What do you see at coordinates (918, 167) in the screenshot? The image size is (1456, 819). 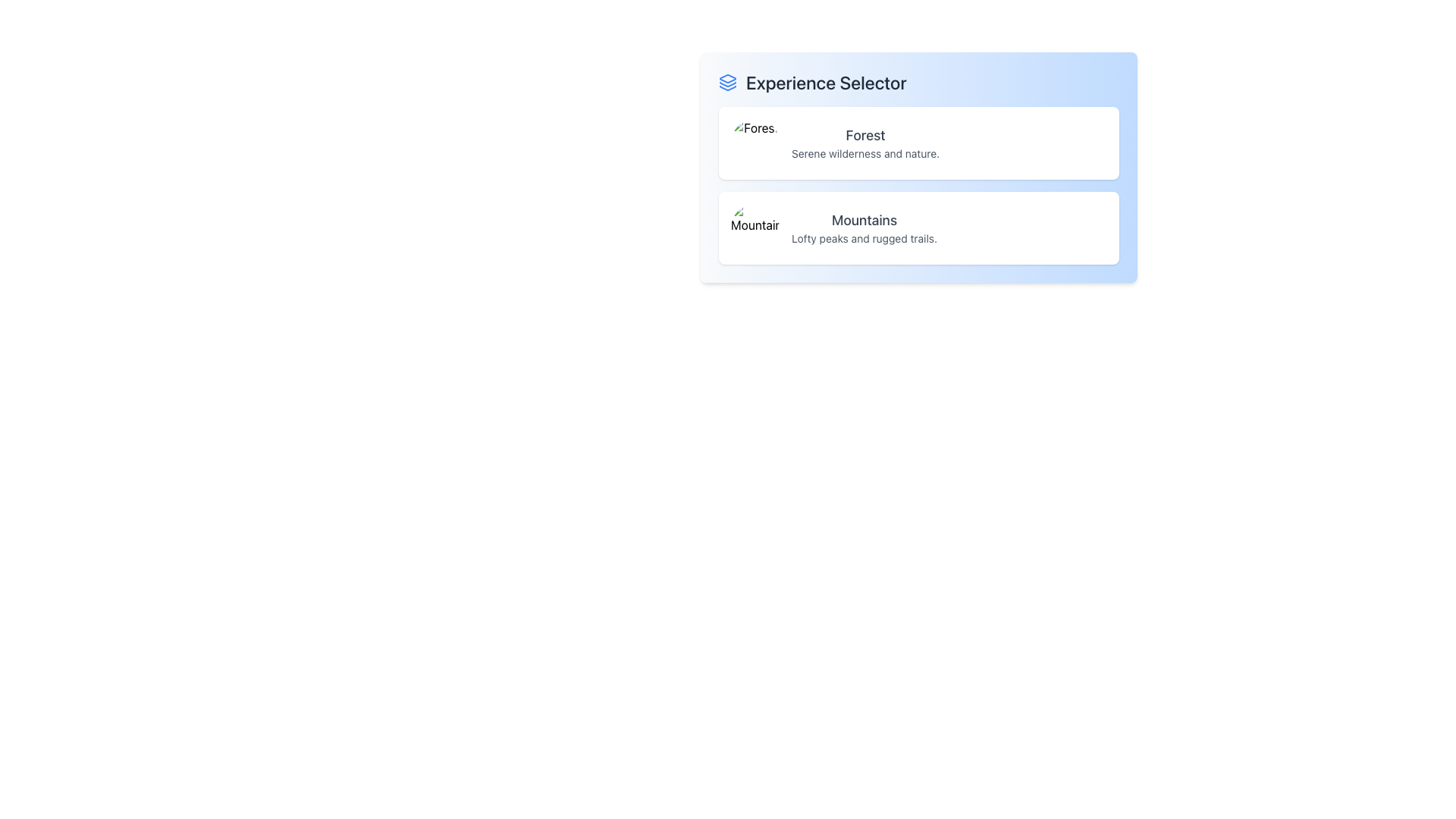 I see `the first Card component in the vertically stacked list that allows selection of experiences like 'Forest' and 'Mountains'` at bounding box center [918, 167].